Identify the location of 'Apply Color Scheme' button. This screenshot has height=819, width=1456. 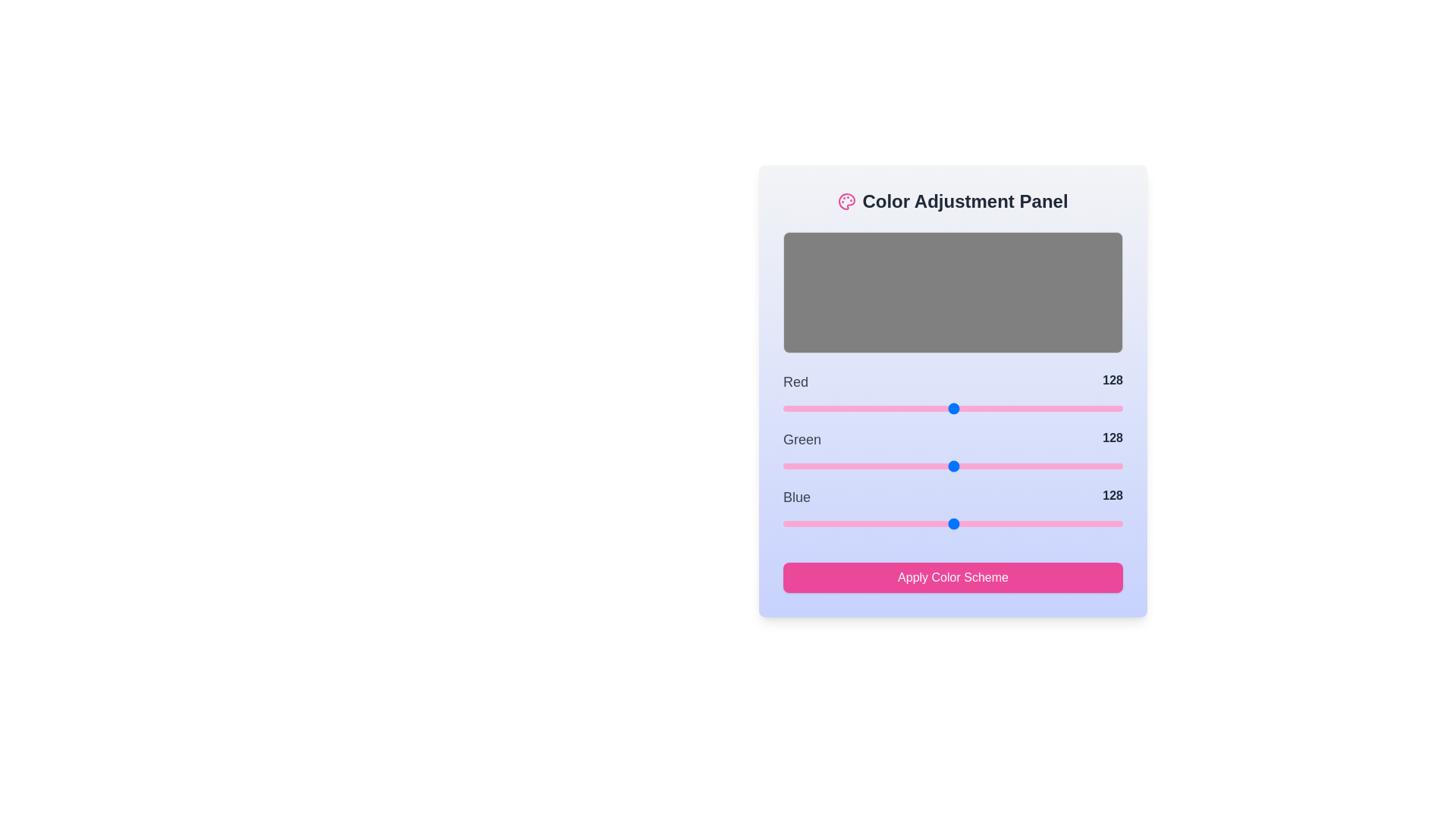
(952, 578).